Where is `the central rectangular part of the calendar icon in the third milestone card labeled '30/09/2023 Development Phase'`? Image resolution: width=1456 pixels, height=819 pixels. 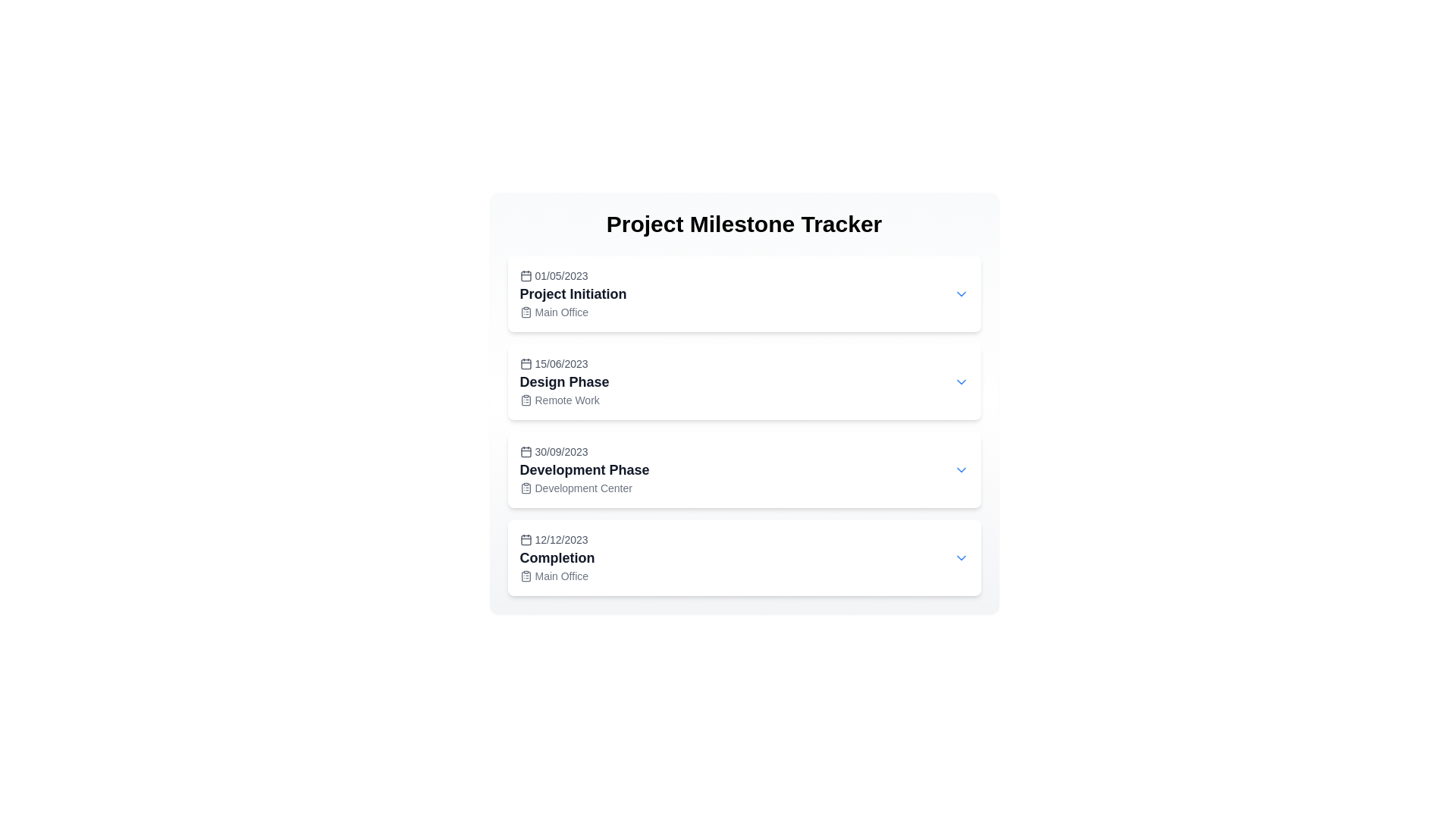
the central rectangular part of the calendar icon in the third milestone card labeled '30/09/2023 Development Phase' is located at coordinates (526, 451).